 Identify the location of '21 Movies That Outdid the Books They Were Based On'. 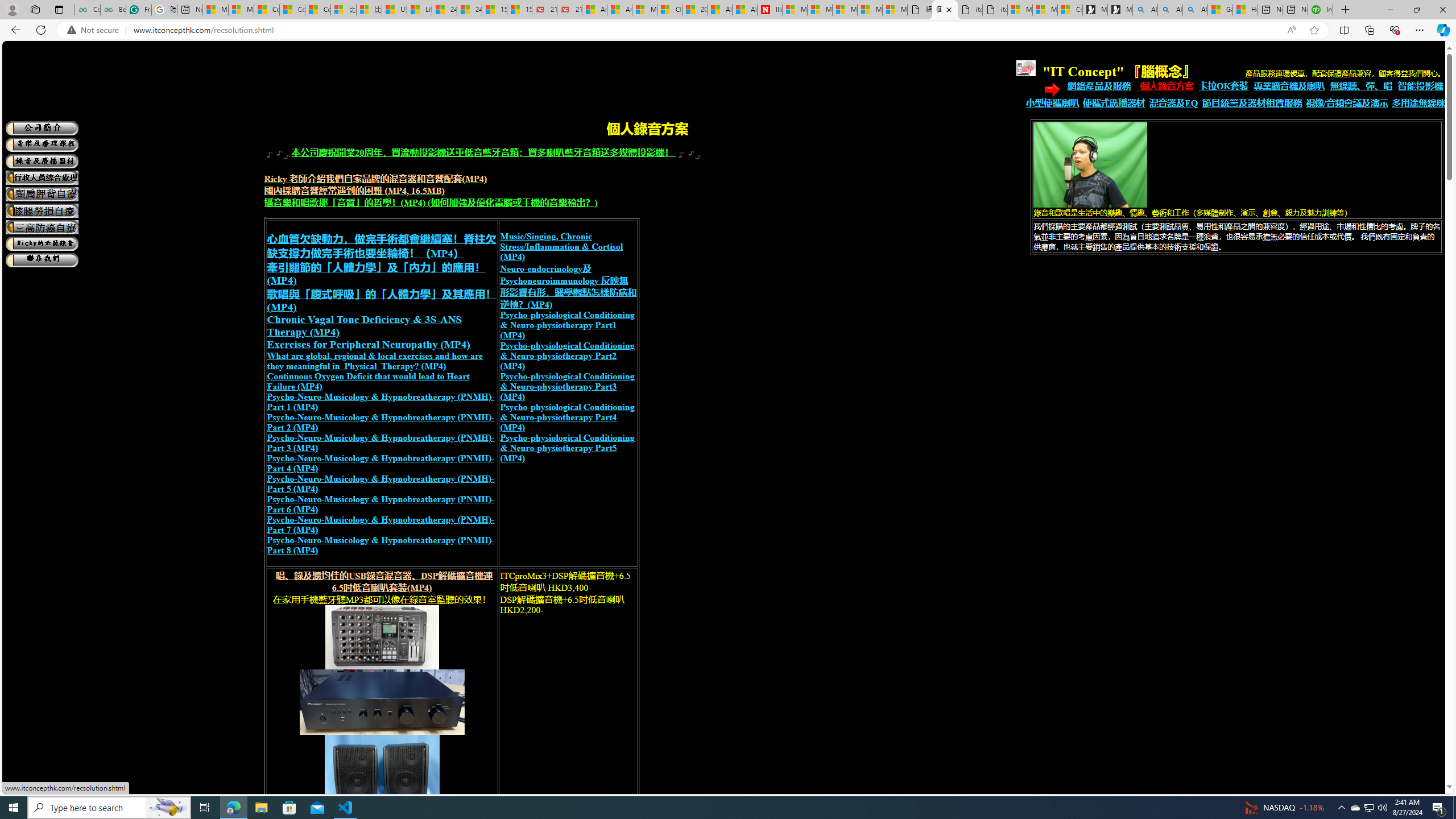
(568, 9).